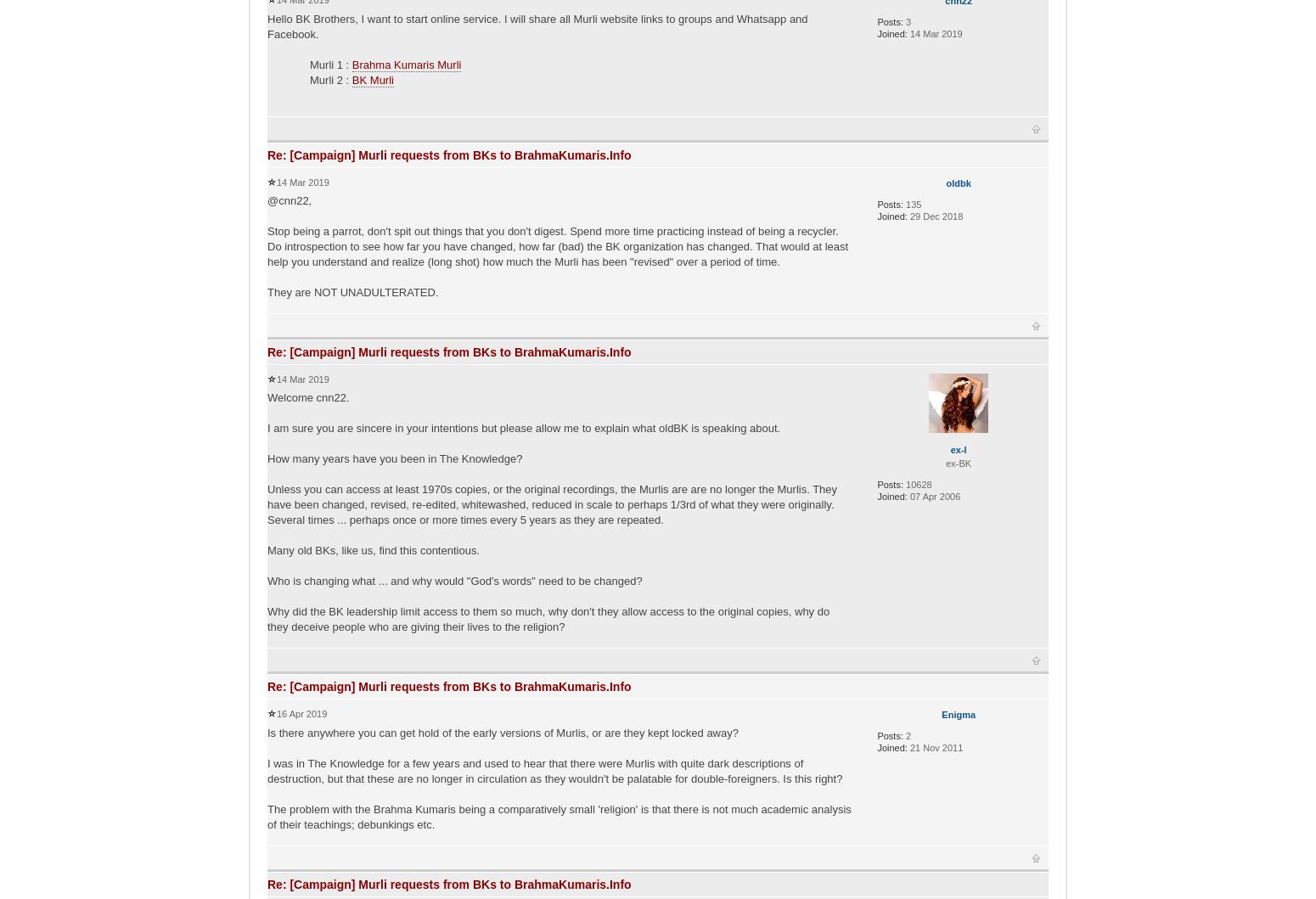  What do you see at coordinates (958, 463) in the screenshot?
I see `'ex-BK'` at bounding box center [958, 463].